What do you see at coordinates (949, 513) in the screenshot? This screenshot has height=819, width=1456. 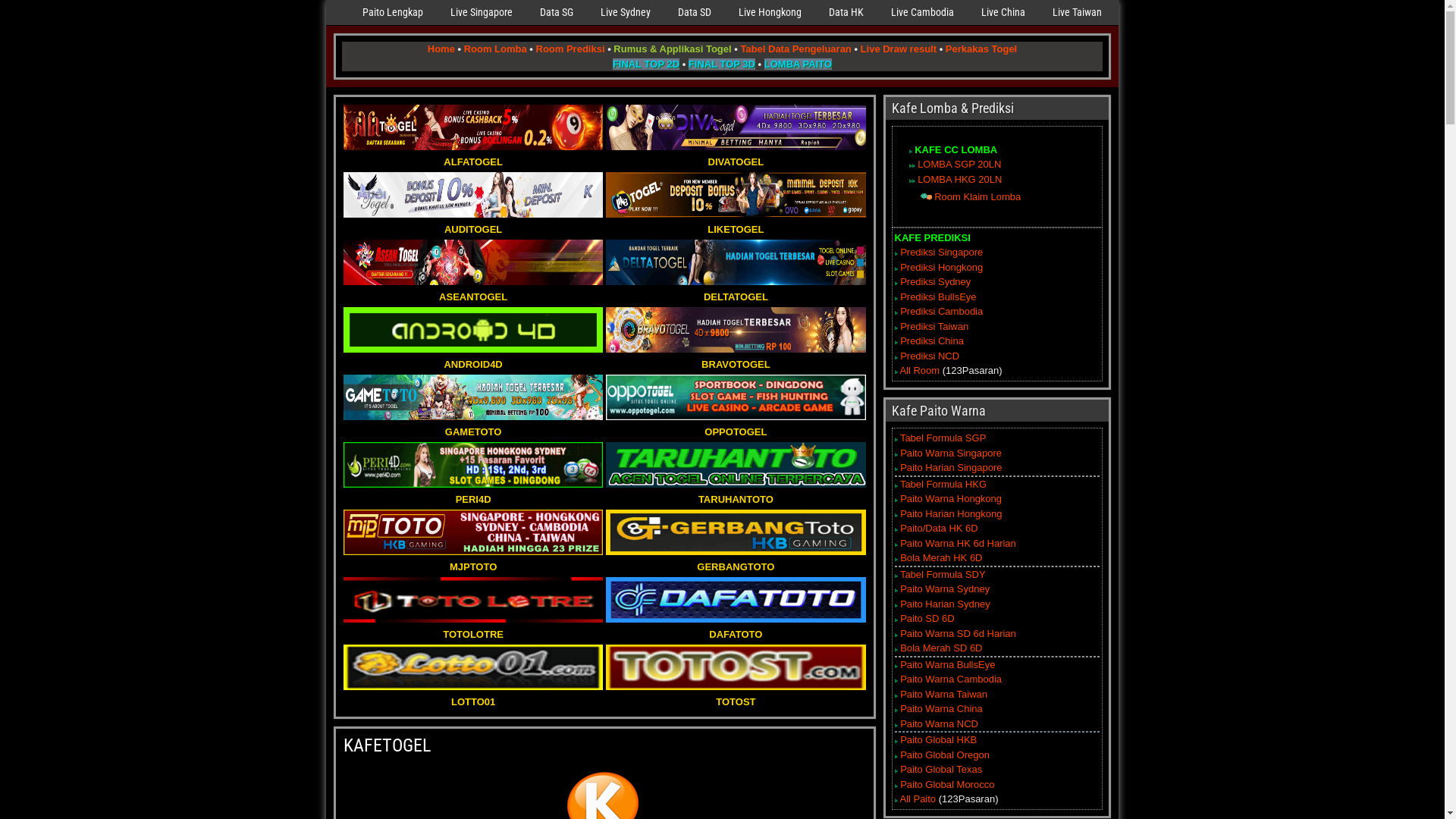 I see `'Paito Harian Hongkong'` at bounding box center [949, 513].